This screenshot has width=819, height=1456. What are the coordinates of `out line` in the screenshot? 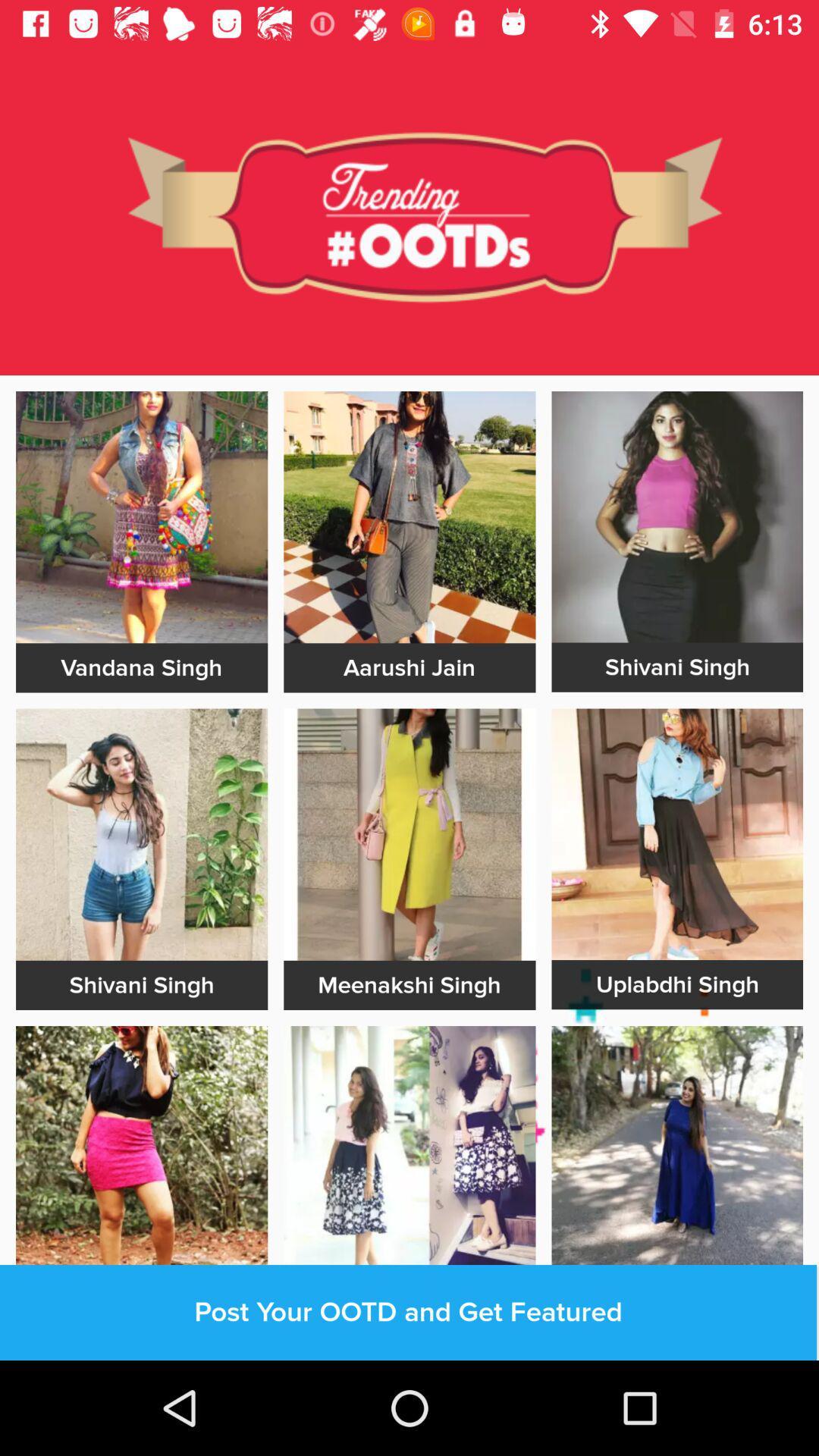 It's located at (142, 1351).